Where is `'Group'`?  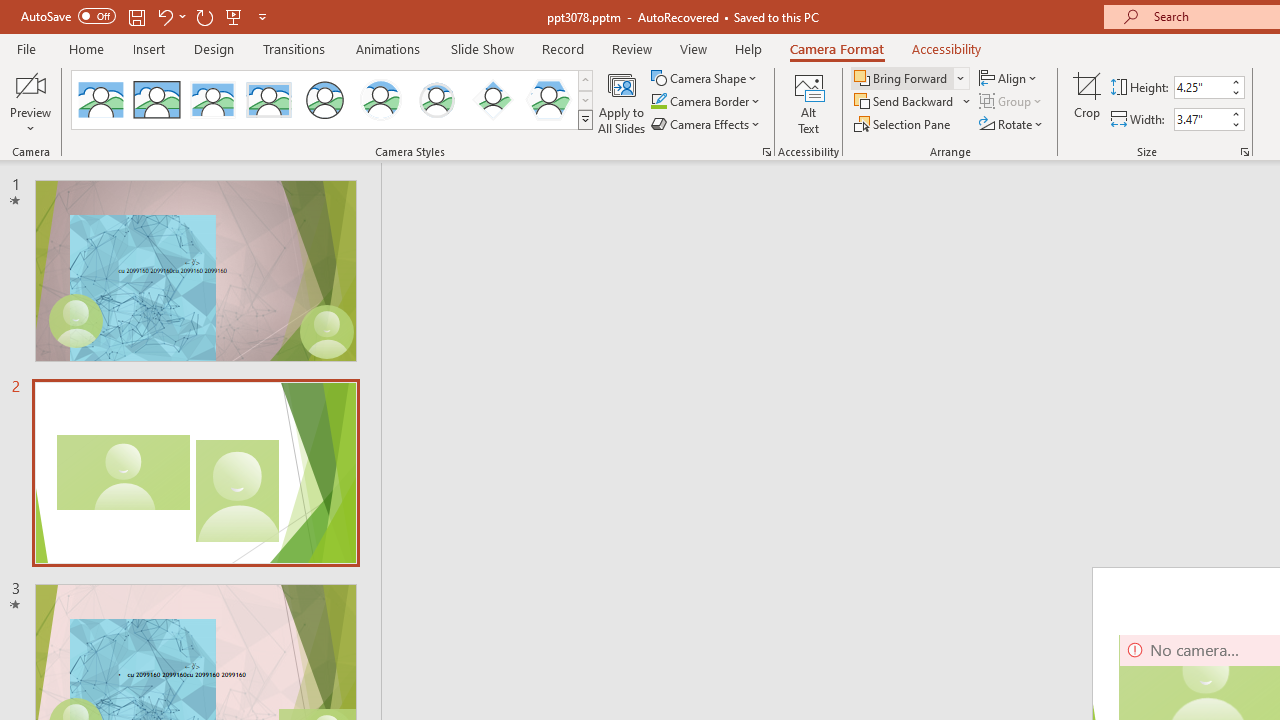
'Group' is located at coordinates (1012, 101).